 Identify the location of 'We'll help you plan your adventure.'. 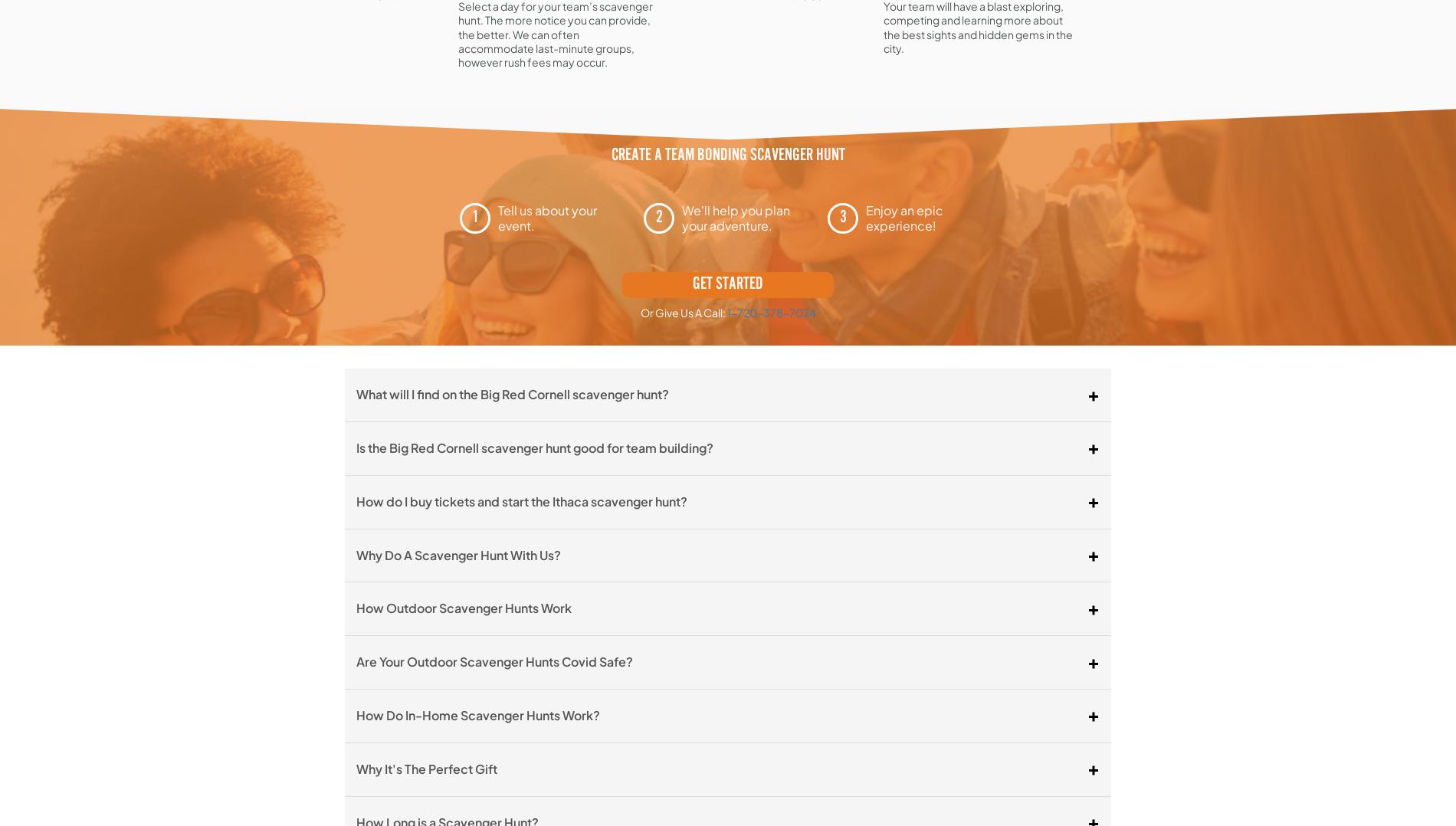
(736, 218).